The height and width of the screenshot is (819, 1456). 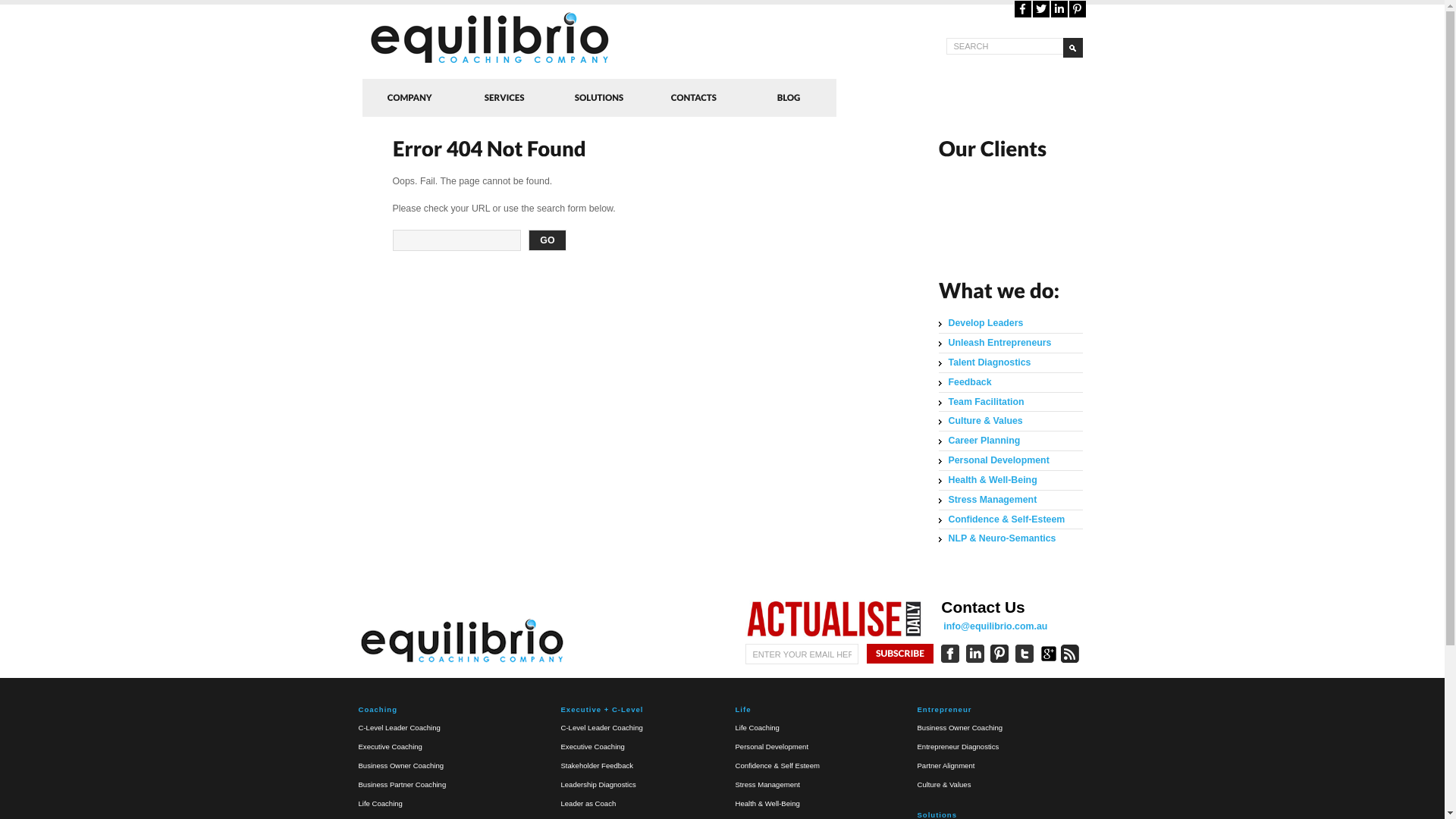 I want to click on 'Team Facilitation', so click(x=938, y=401).